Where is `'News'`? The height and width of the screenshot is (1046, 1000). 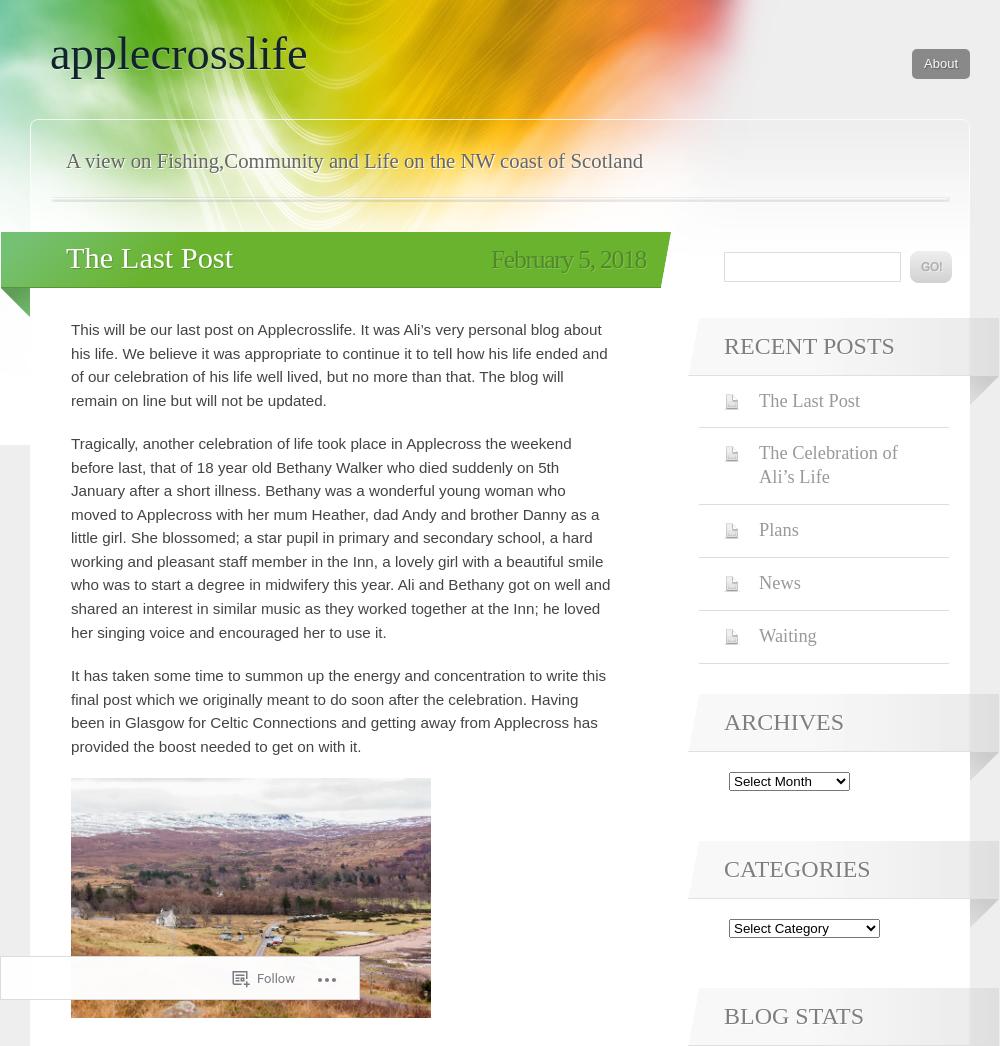
'News' is located at coordinates (779, 583).